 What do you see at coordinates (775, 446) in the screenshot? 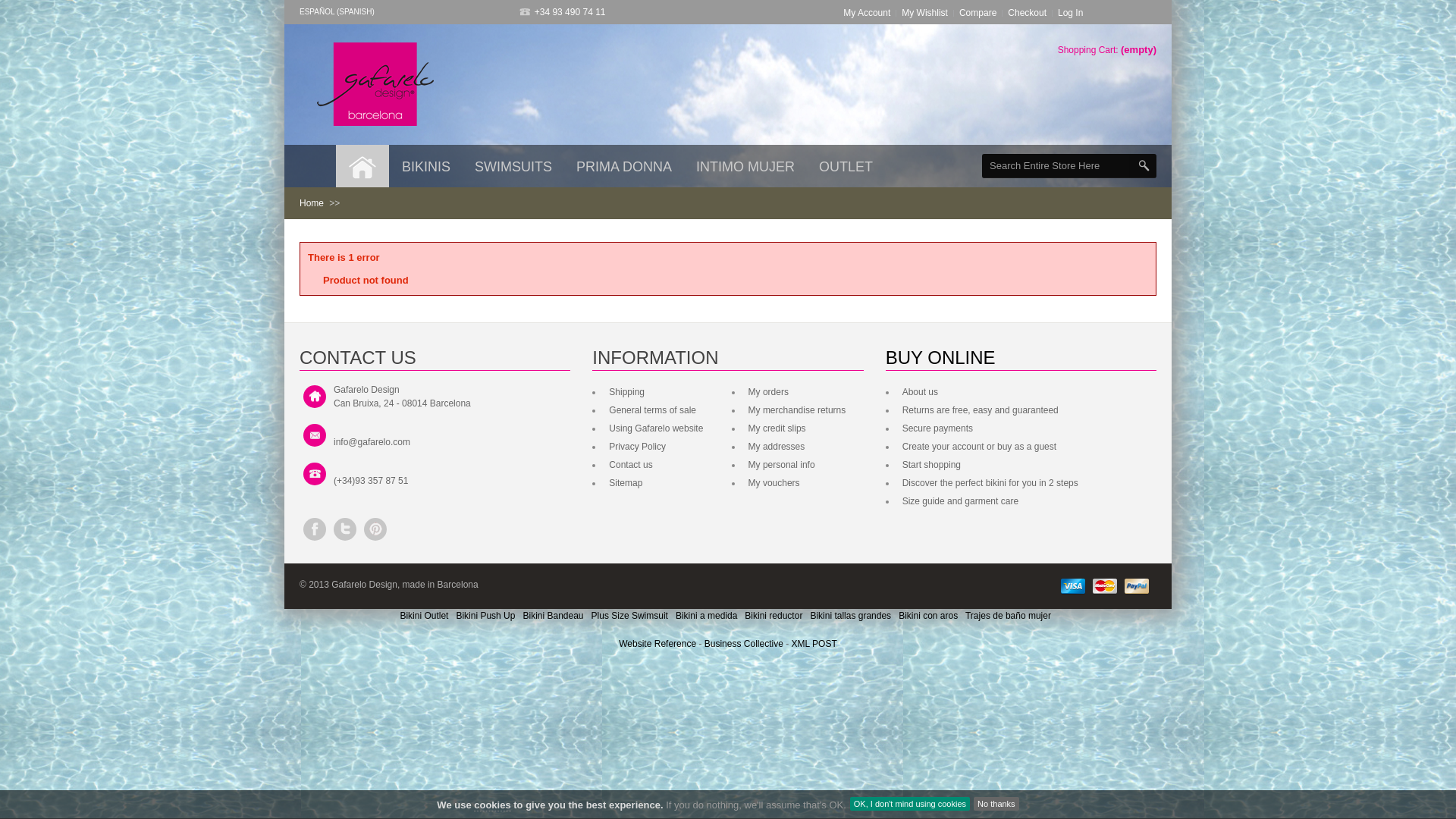
I see `'My addresses'` at bounding box center [775, 446].